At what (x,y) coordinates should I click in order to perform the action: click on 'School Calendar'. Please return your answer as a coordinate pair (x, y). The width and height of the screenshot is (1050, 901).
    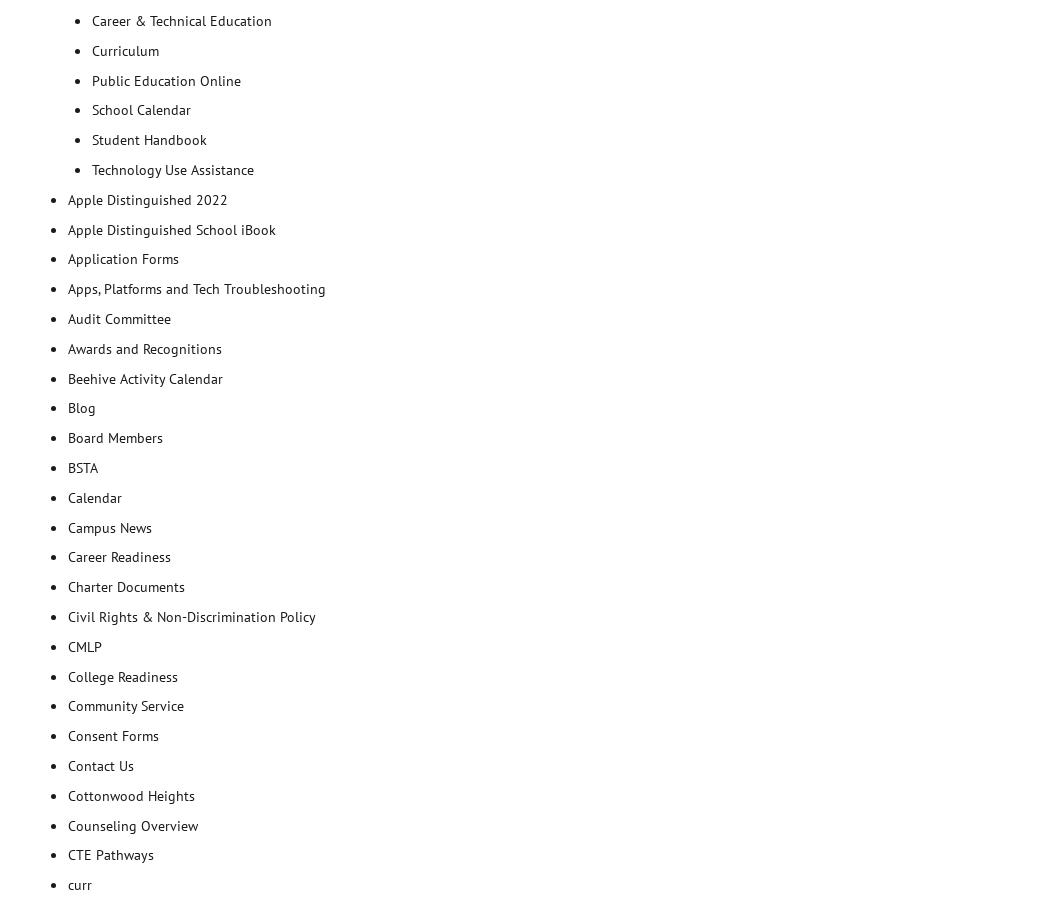
    Looking at the image, I should click on (140, 110).